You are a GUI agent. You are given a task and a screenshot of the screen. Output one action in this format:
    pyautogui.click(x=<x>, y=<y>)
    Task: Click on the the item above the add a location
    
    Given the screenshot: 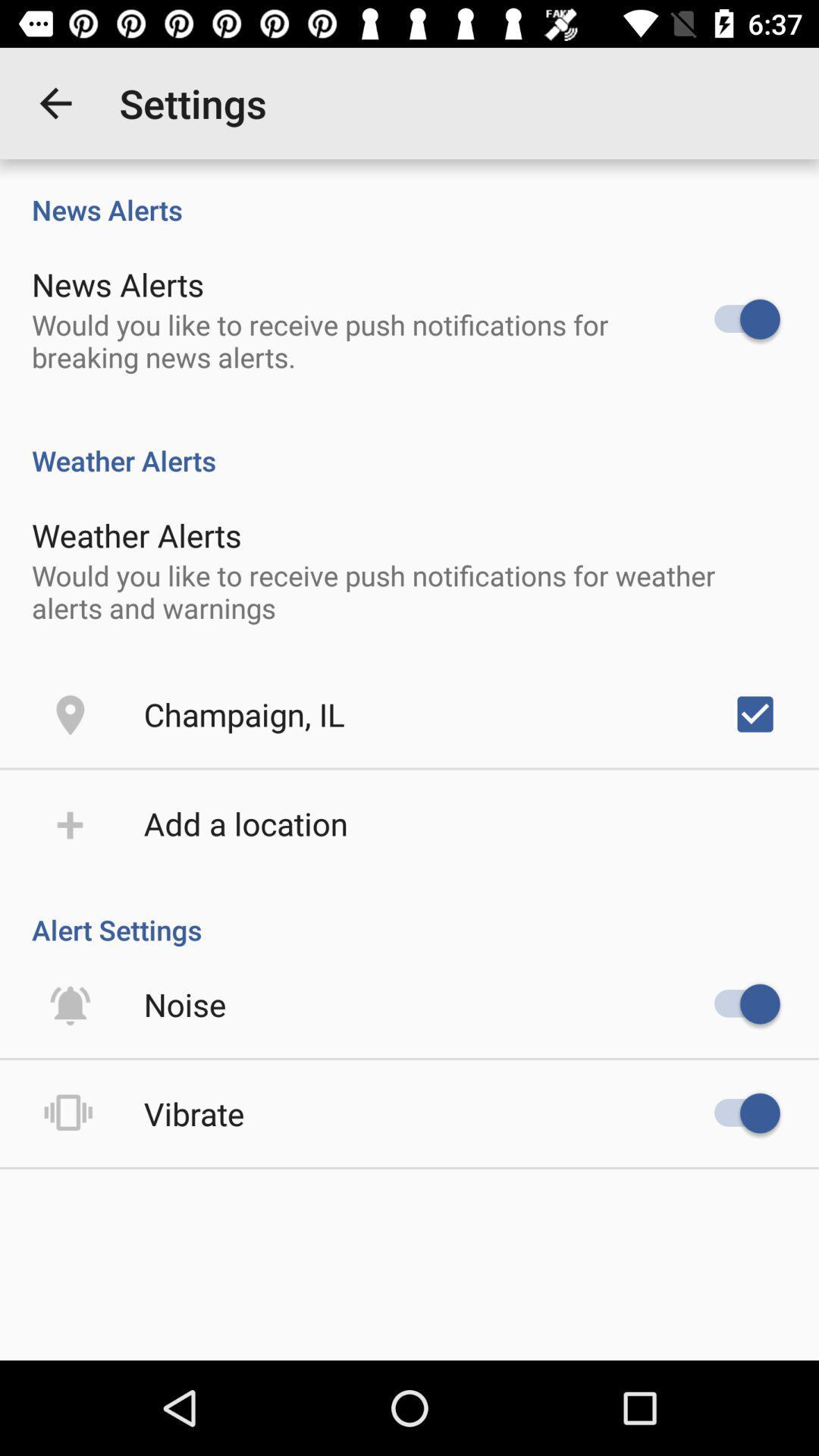 What is the action you would take?
    pyautogui.click(x=243, y=713)
    